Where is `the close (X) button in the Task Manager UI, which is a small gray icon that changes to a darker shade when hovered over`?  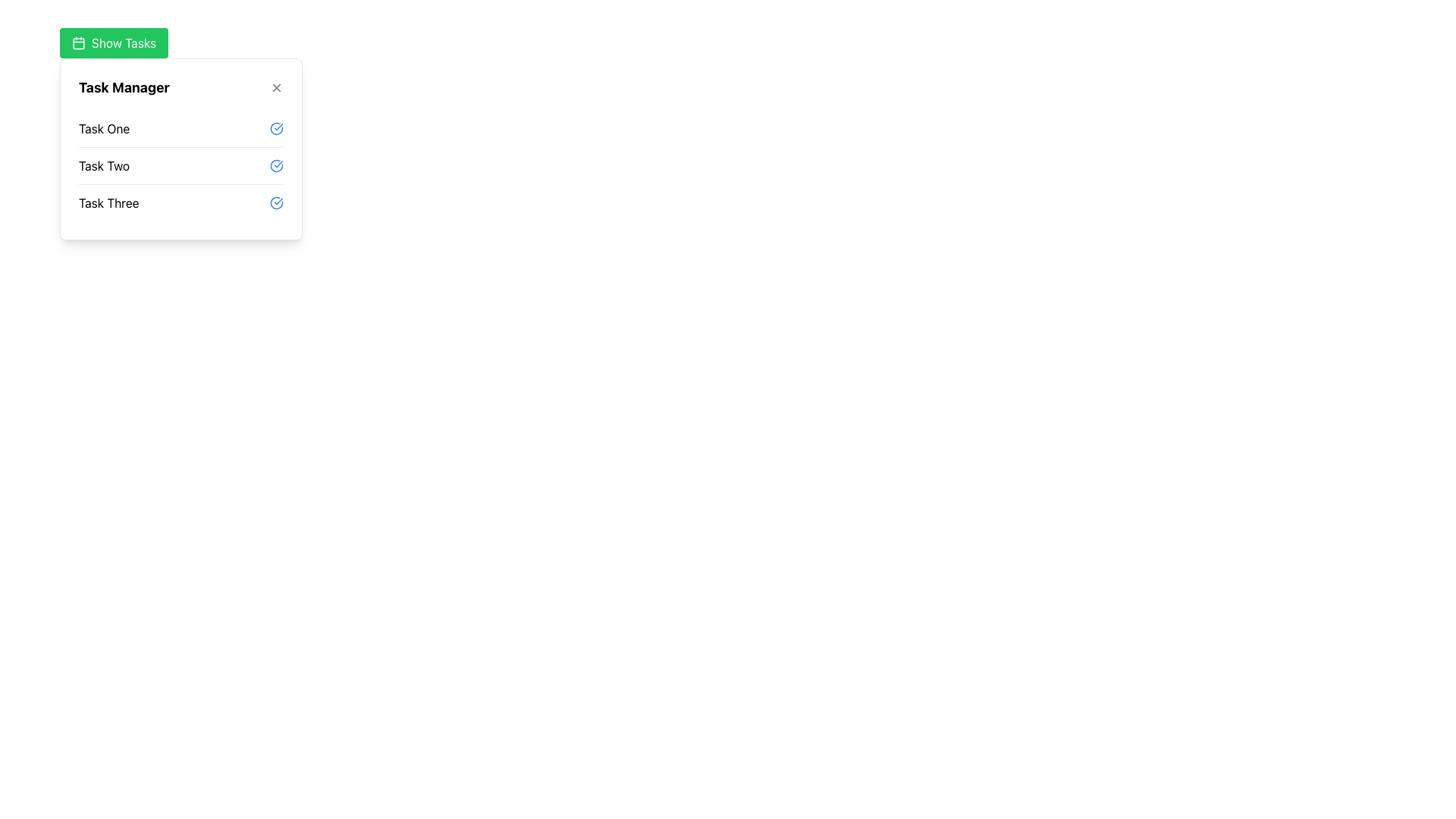 the close (X) button in the Task Manager UI, which is a small gray icon that changes to a darker shade when hovered over is located at coordinates (276, 87).